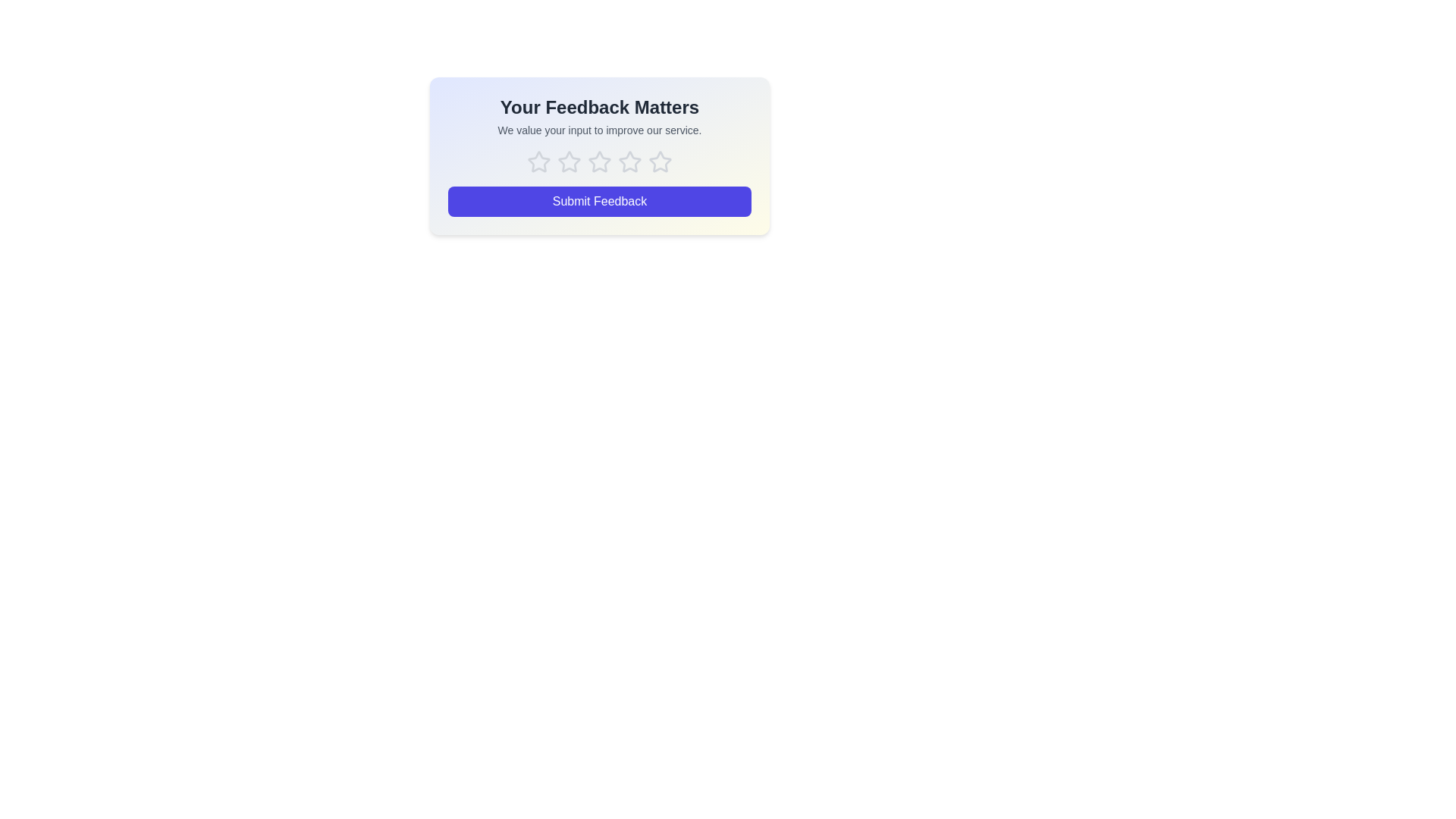 The image size is (1456, 819). I want to click on the static text label that reads 'We value your input to improve our service.', which is located beneath the heading 'Your Feedback Matters' and above a row of star rating icons, so click(599, 130).